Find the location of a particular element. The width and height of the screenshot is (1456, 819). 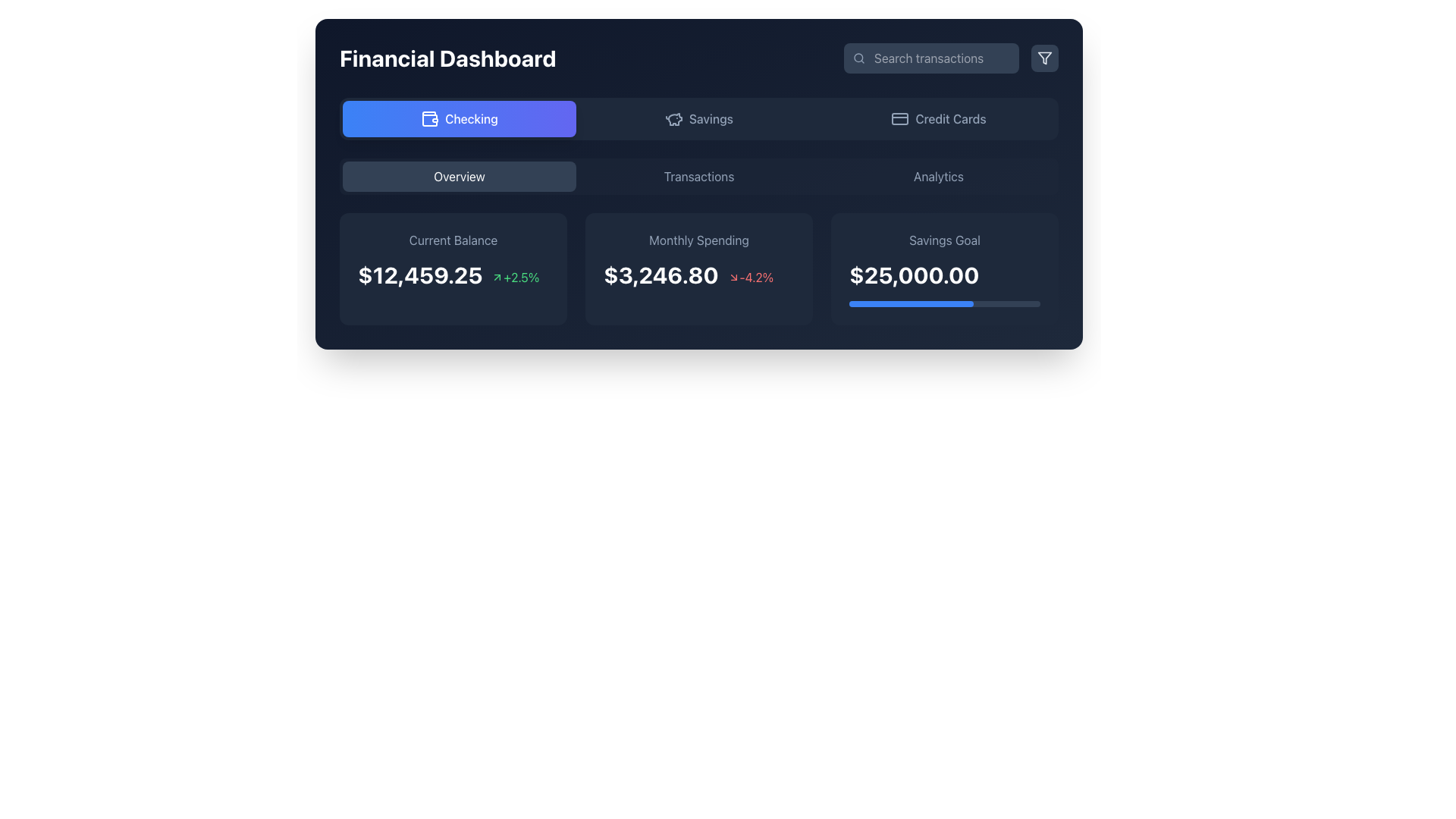

the green arrow icon located immediately to the left of the '+2.5%' text in the 'Current Balance' section is located at coordinates (497, 278).